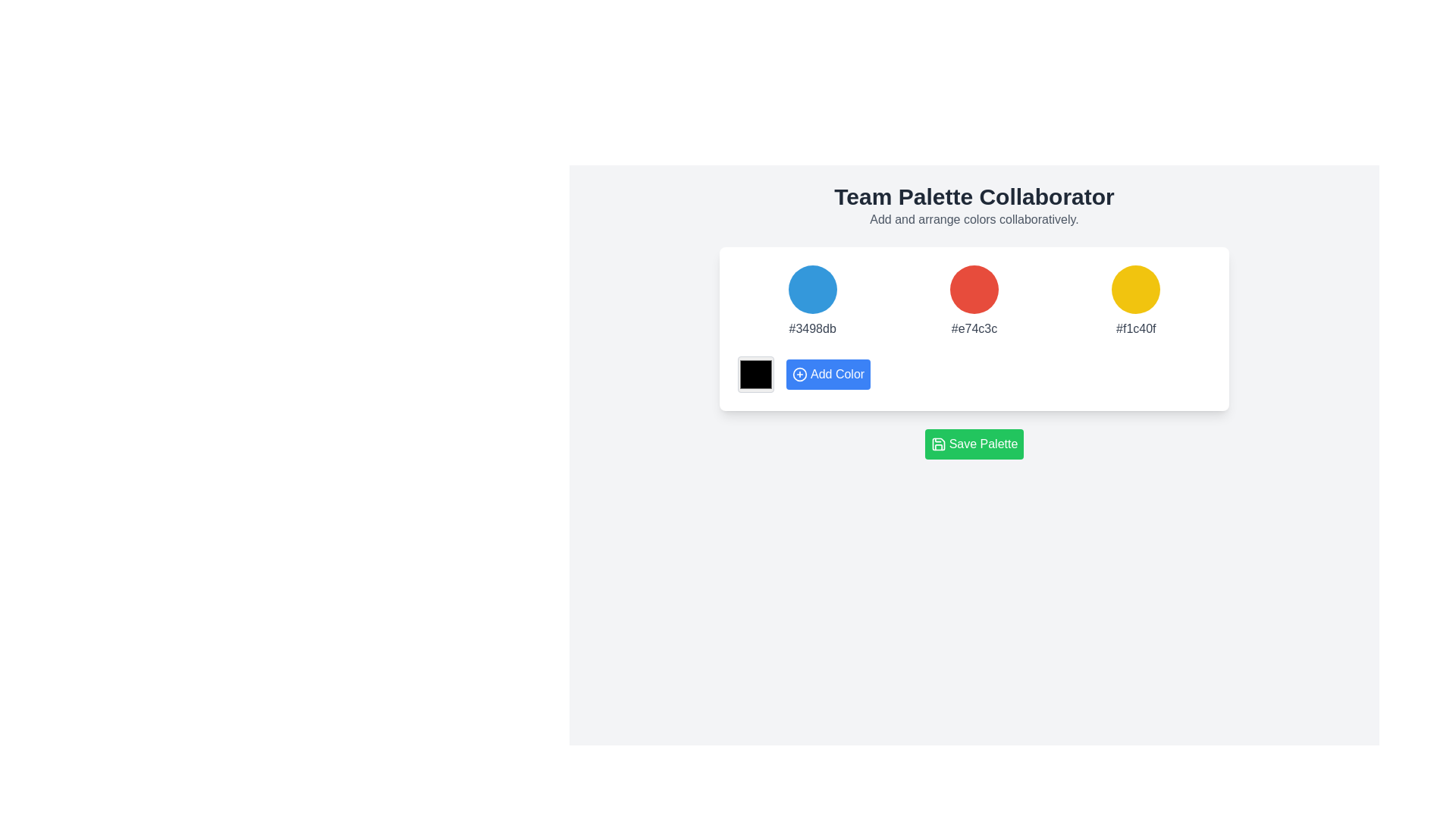 The height and width of the screenshot is (819, 1456). Describe the element at coordinates (811, 301) in the screenshot. I see `the blue circular color indicator in the Color selector item for detailed operations` at that location.